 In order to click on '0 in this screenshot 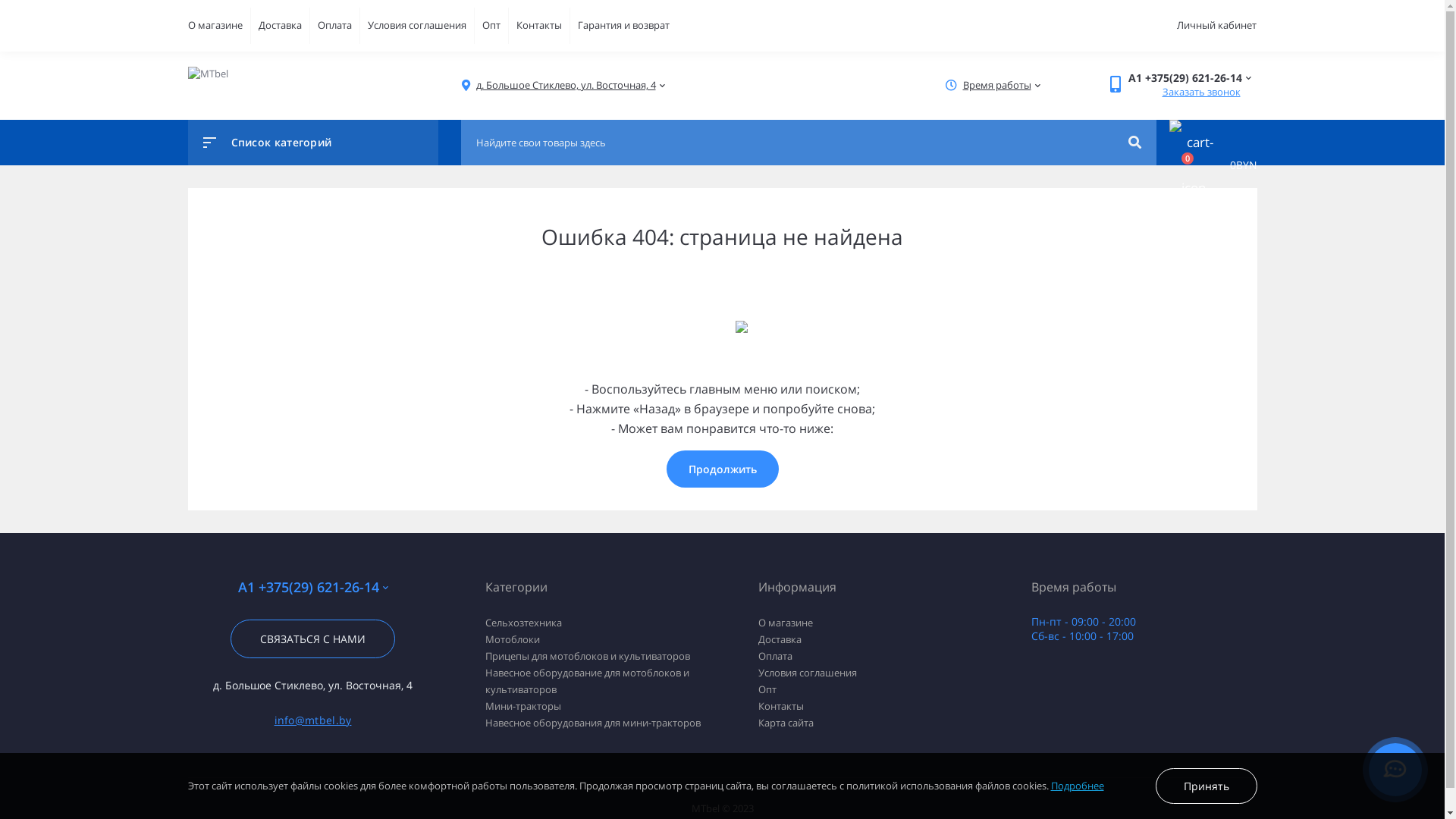, I will do `click(1205, 165)`.